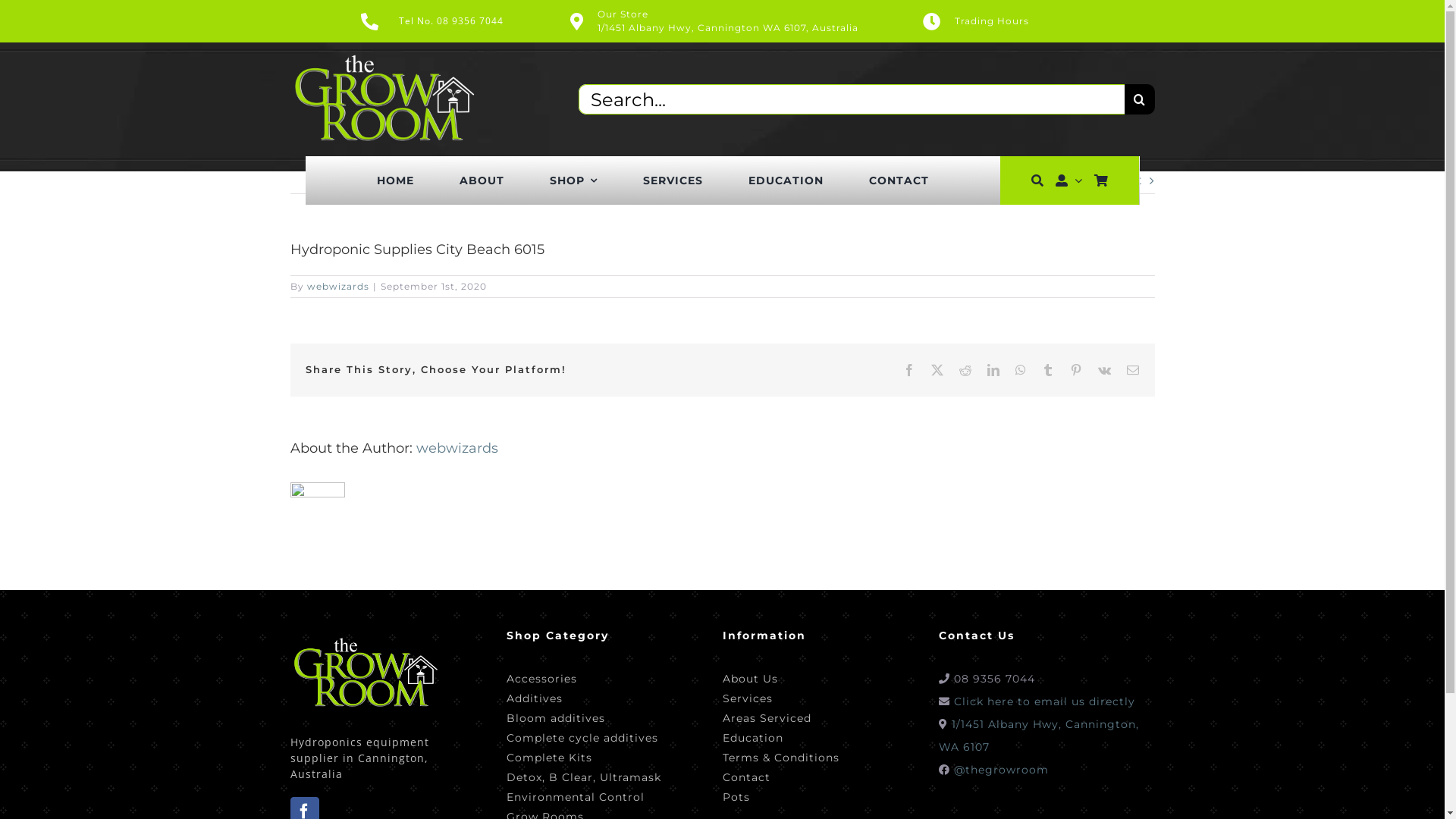 The width and height of the screenshot is (1456, 819). Describe the element at coordinates (582, 736) in the screenshot. I see `'Complete cycle additives'` at that location.